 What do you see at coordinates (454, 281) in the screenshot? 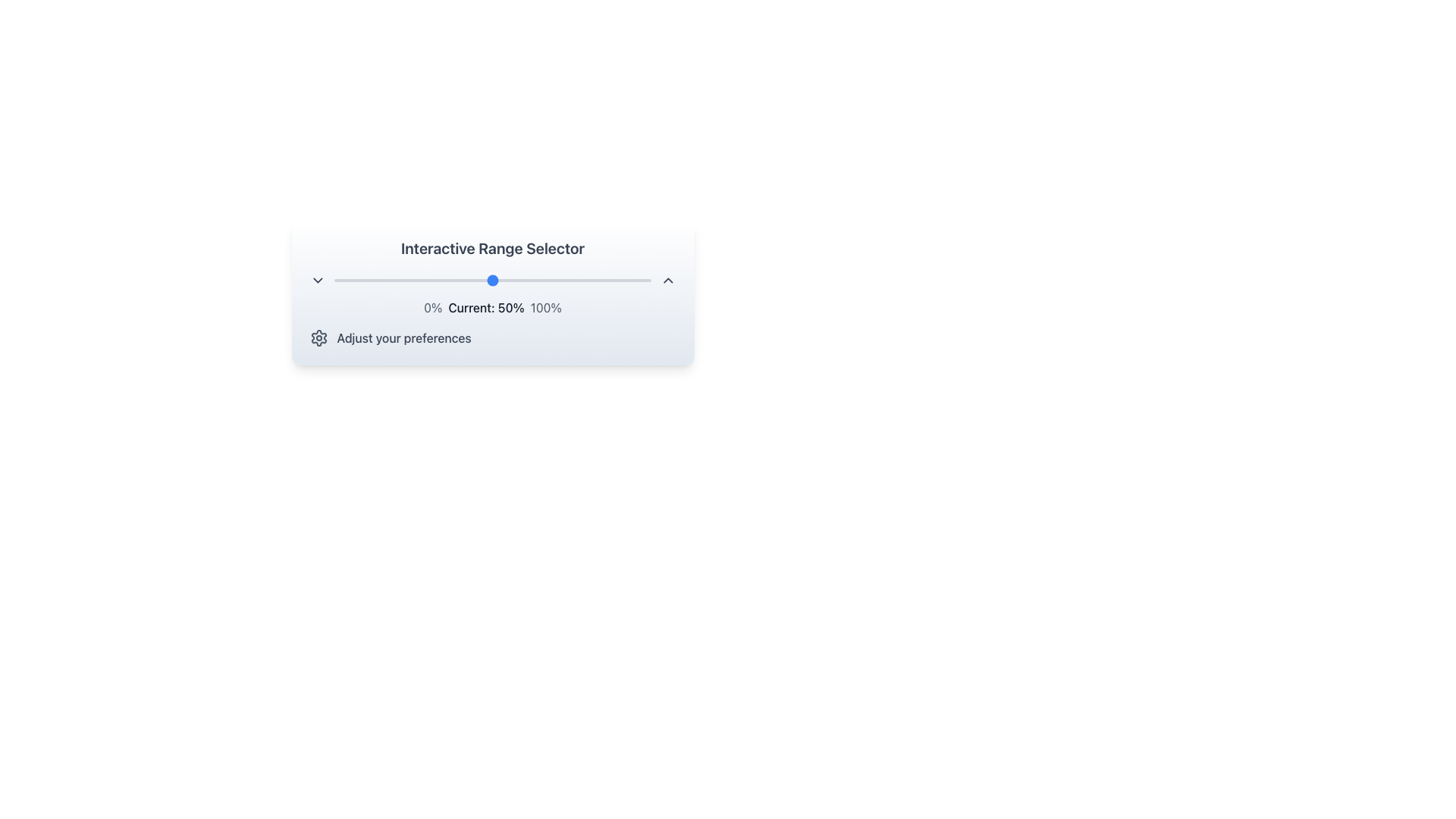
I see `the slider value` at bounding box center [454, 281].